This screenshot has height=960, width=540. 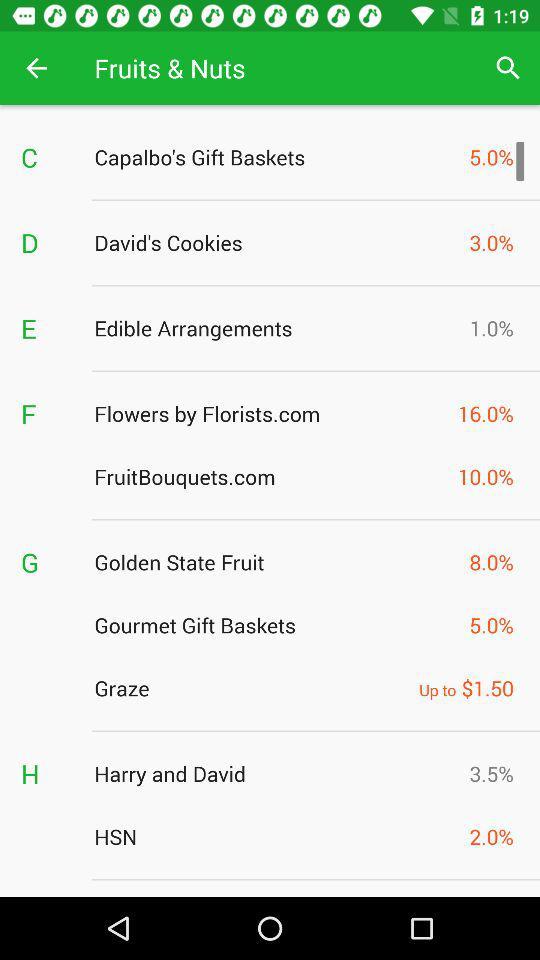 I want to click on the flowers by florists, so click(x=270, y=412).